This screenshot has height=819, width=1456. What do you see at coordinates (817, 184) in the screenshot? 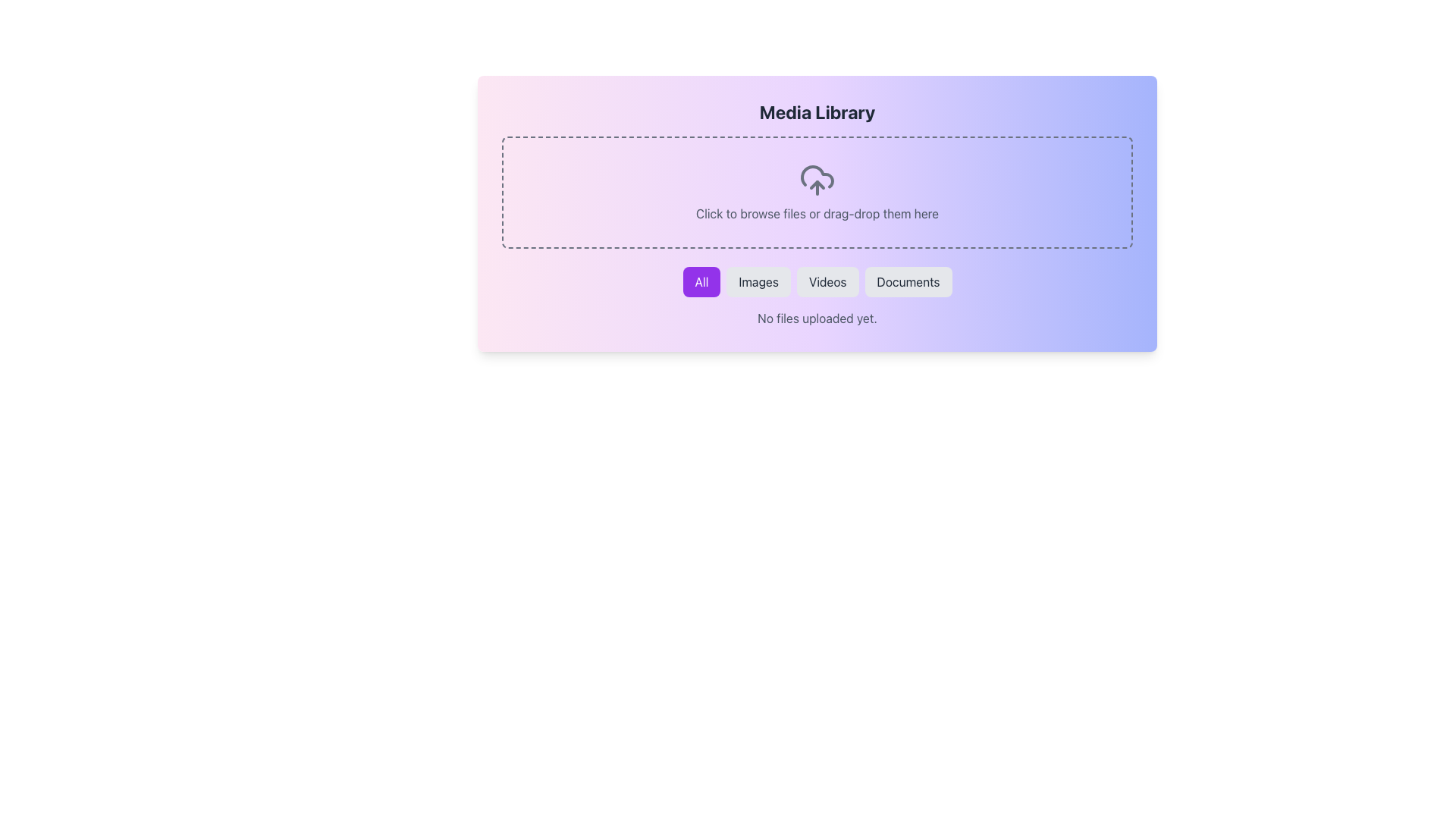
I see `the upward arrow icon indicating file upload functionality within the cloud icon` at bounding box center [817, 184].